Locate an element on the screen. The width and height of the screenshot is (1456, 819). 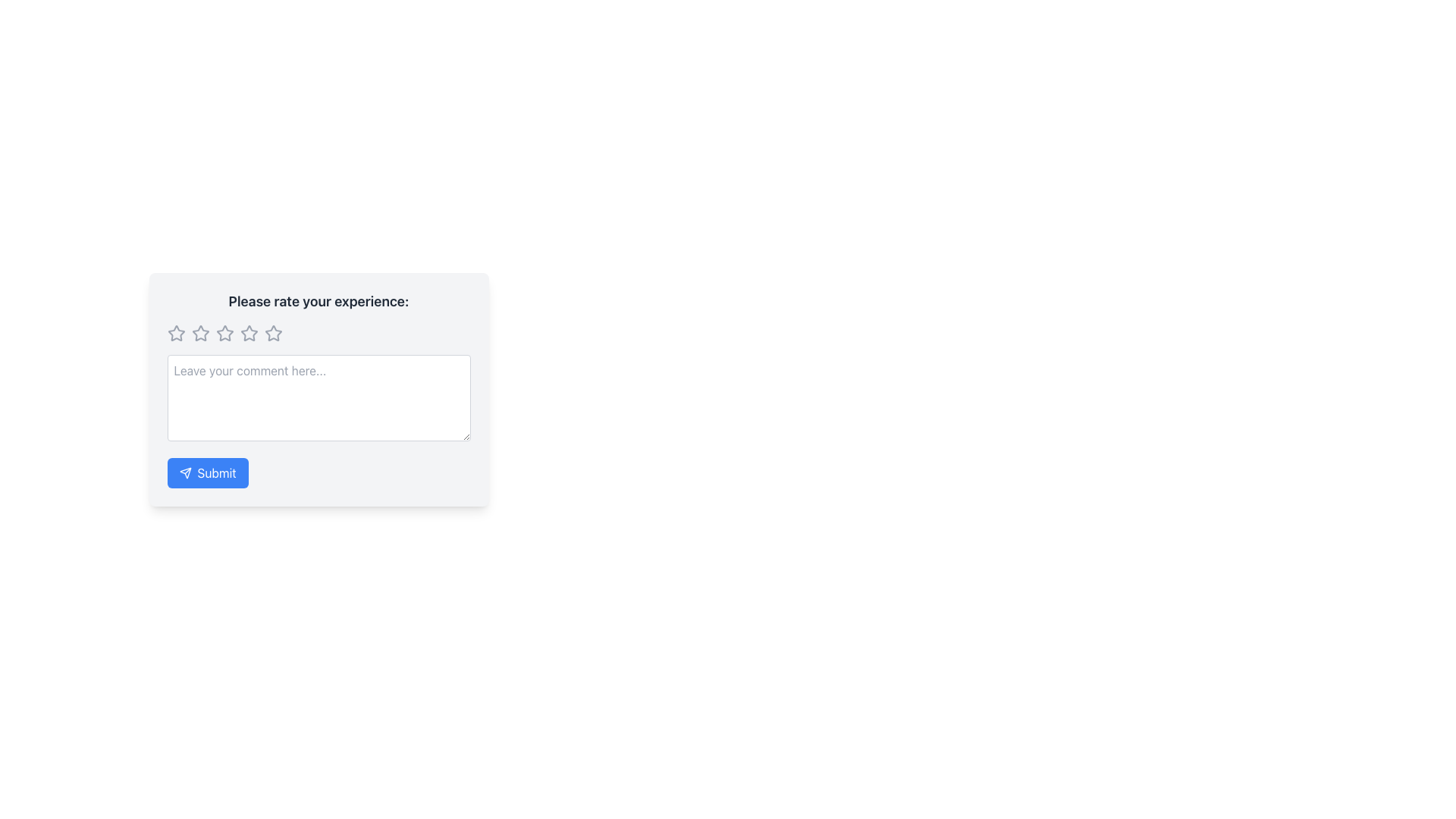
the paper airplane icon located within the 'Submit' button at the bottom-right of the feedback form interface is located at coordinates (184, 472).